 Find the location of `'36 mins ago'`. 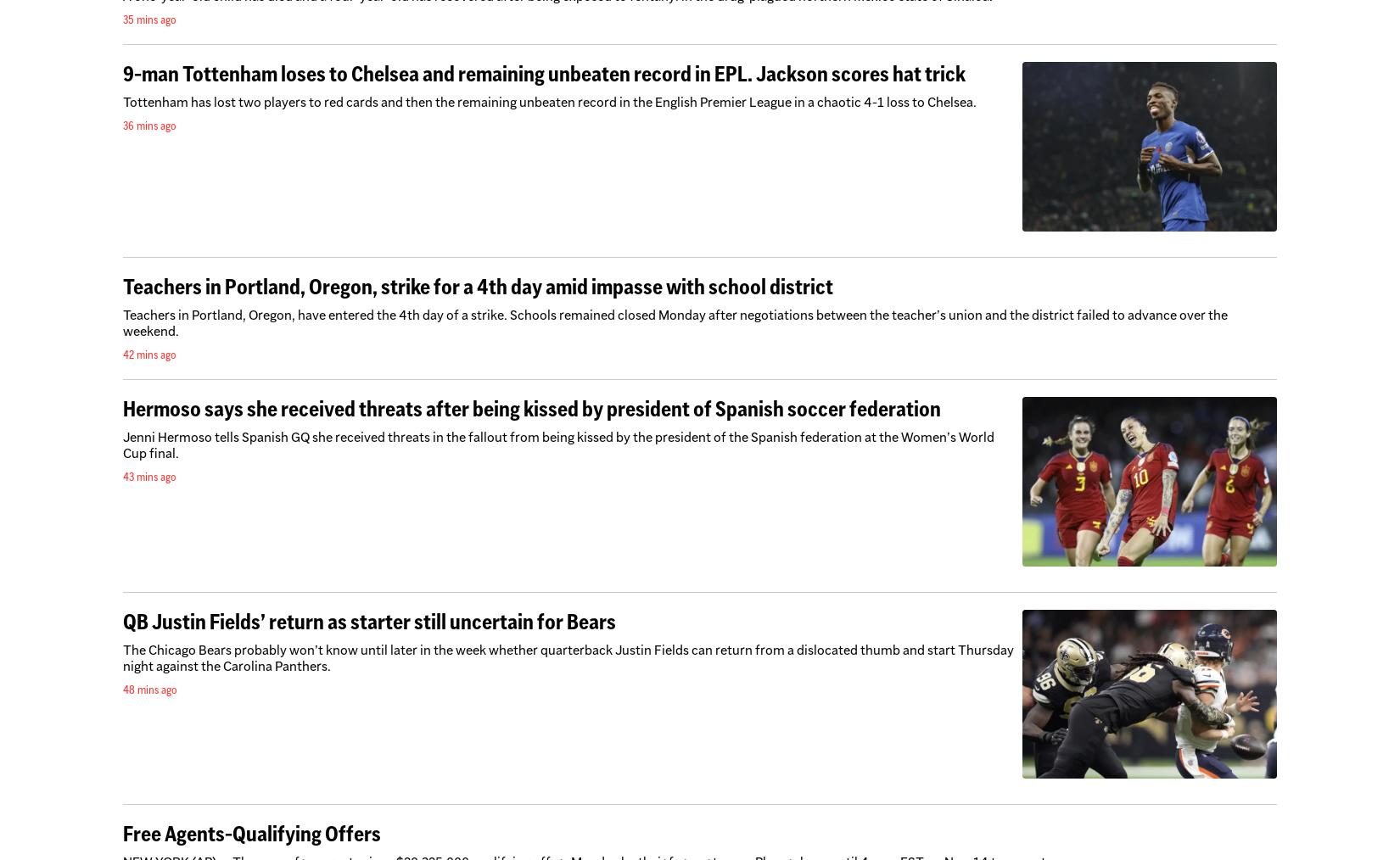

'36 mins ago' is located at coordinates (149, 126).